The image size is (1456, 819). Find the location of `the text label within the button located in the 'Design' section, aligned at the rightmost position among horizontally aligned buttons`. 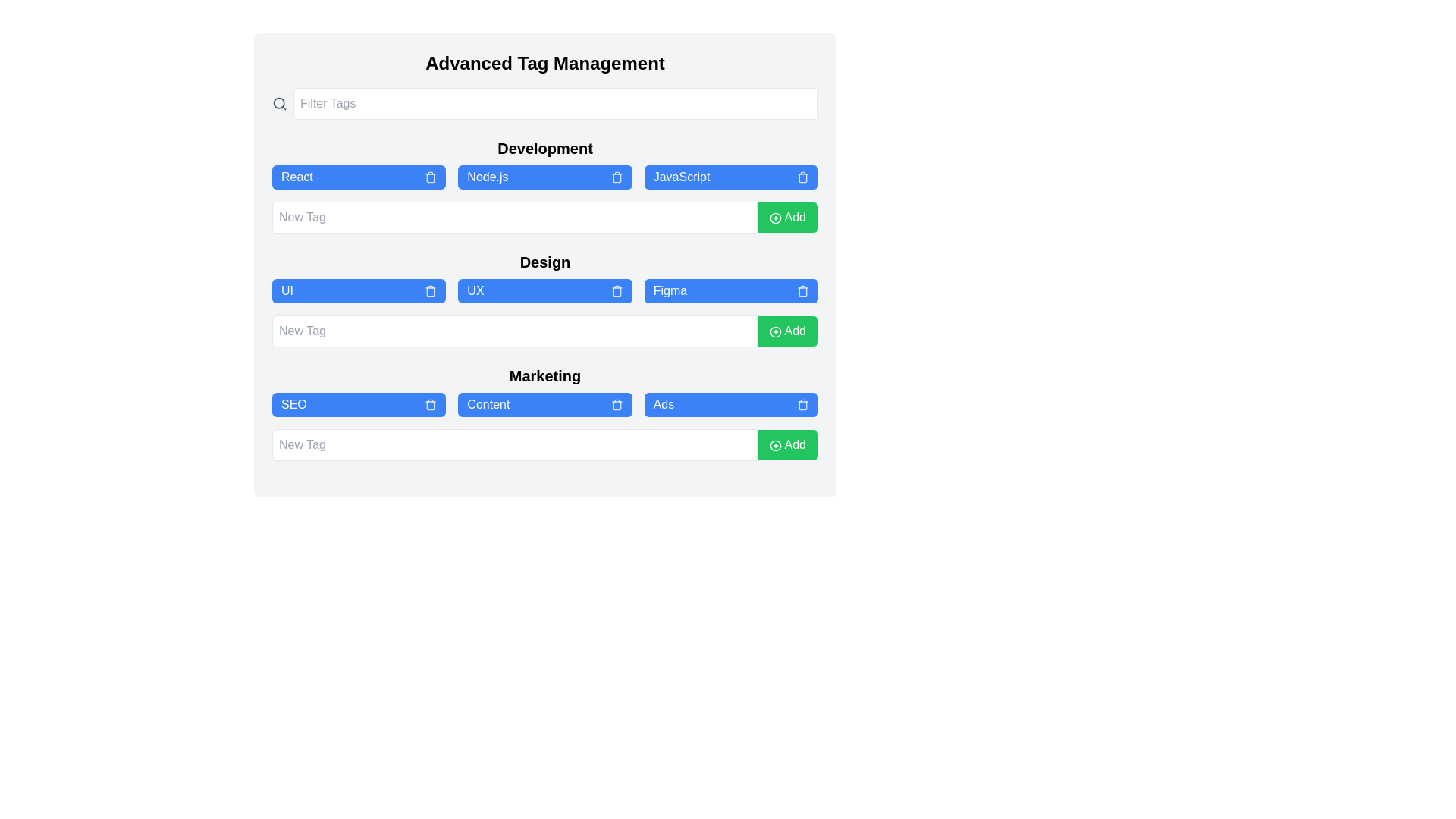

the text label within the button located in the 'Design' section, aligned at the rightmost position among horizontally aligned buttons is located at coordinates (669, 291).